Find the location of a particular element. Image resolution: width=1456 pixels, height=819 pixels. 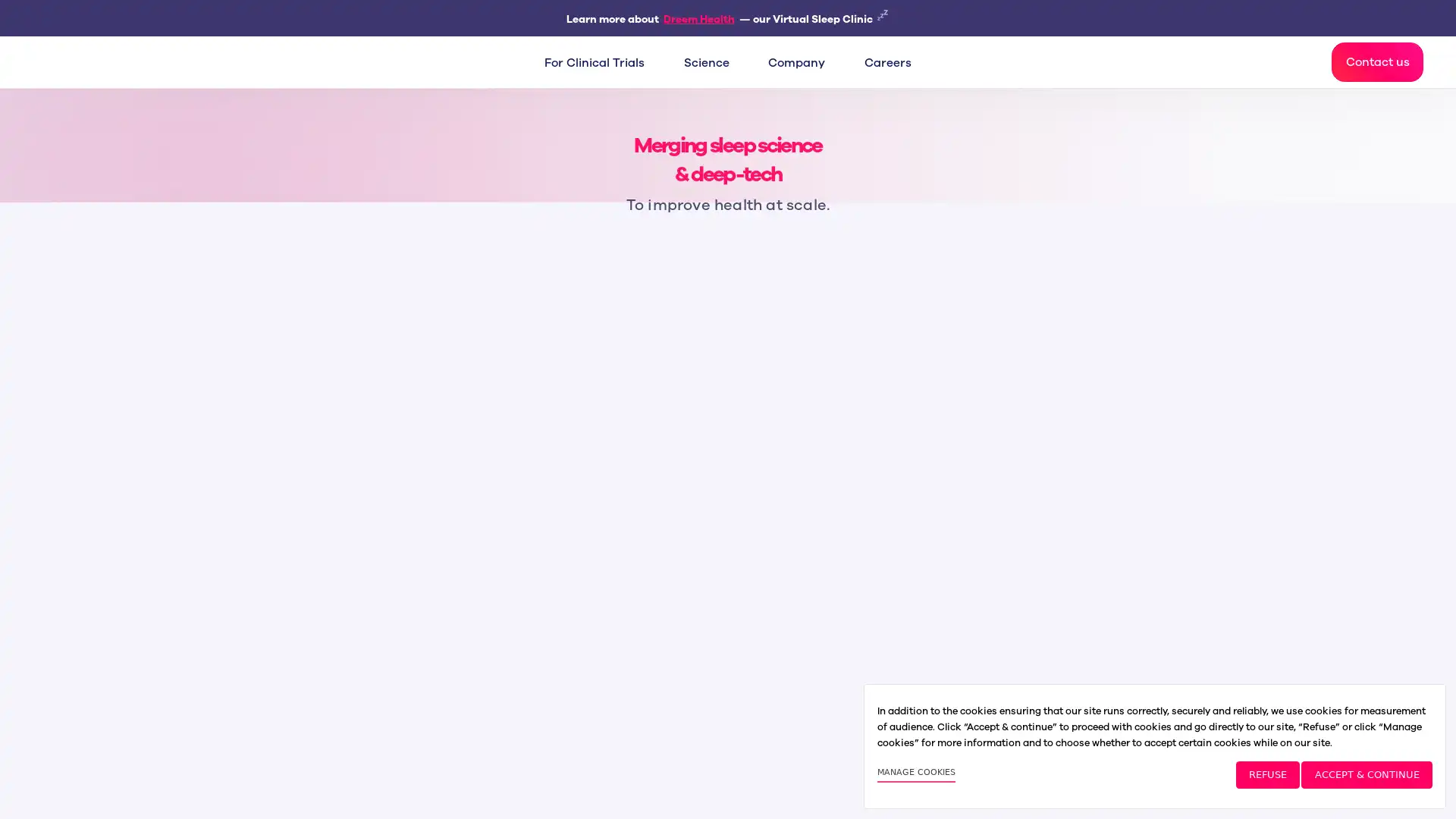

ACCEPT & CONTINUE is located at coordinates (1366, 774).